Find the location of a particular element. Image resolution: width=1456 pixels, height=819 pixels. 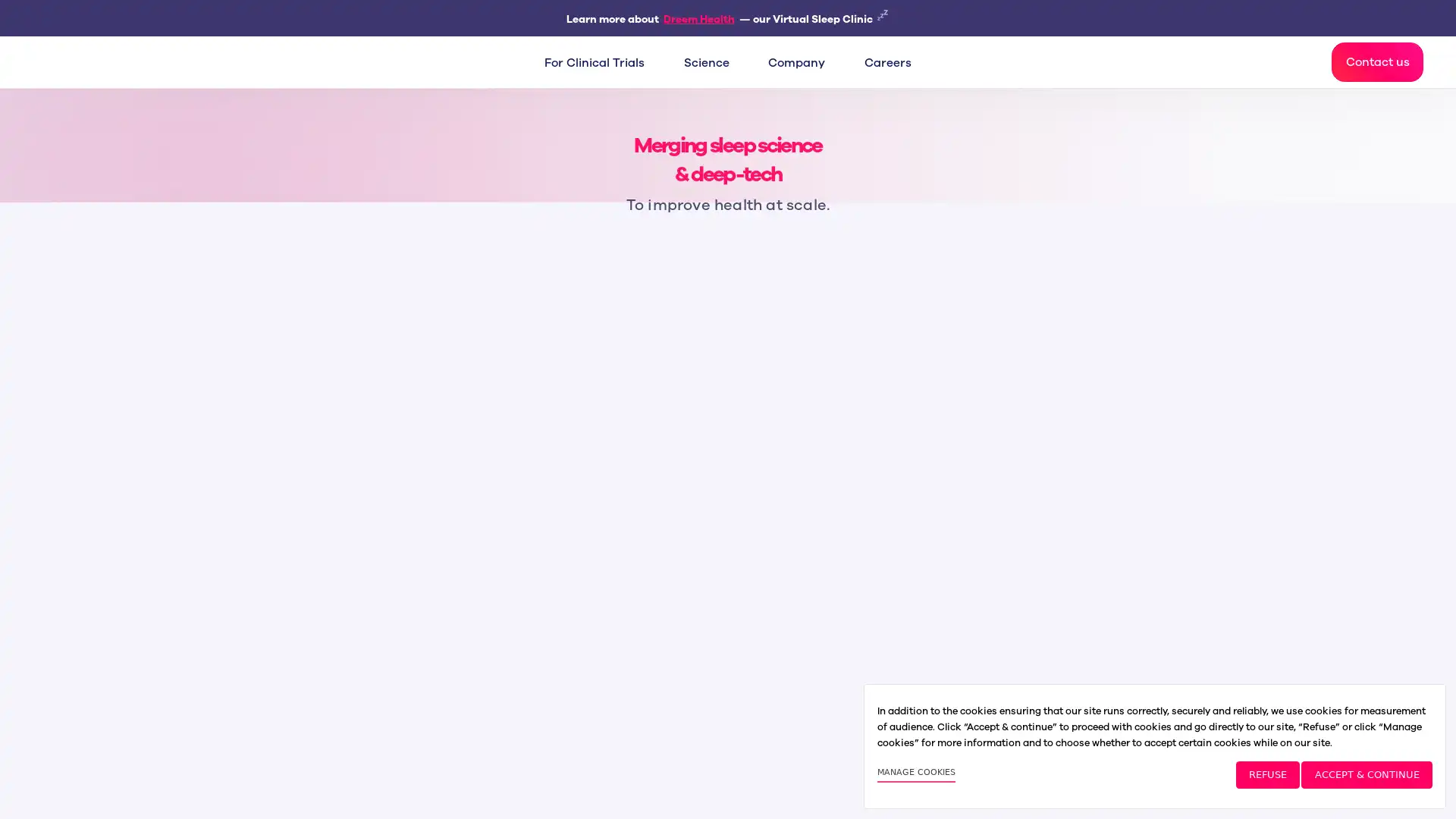

ACCEPT & CONTINUE is located at coordinates (1366, 774).